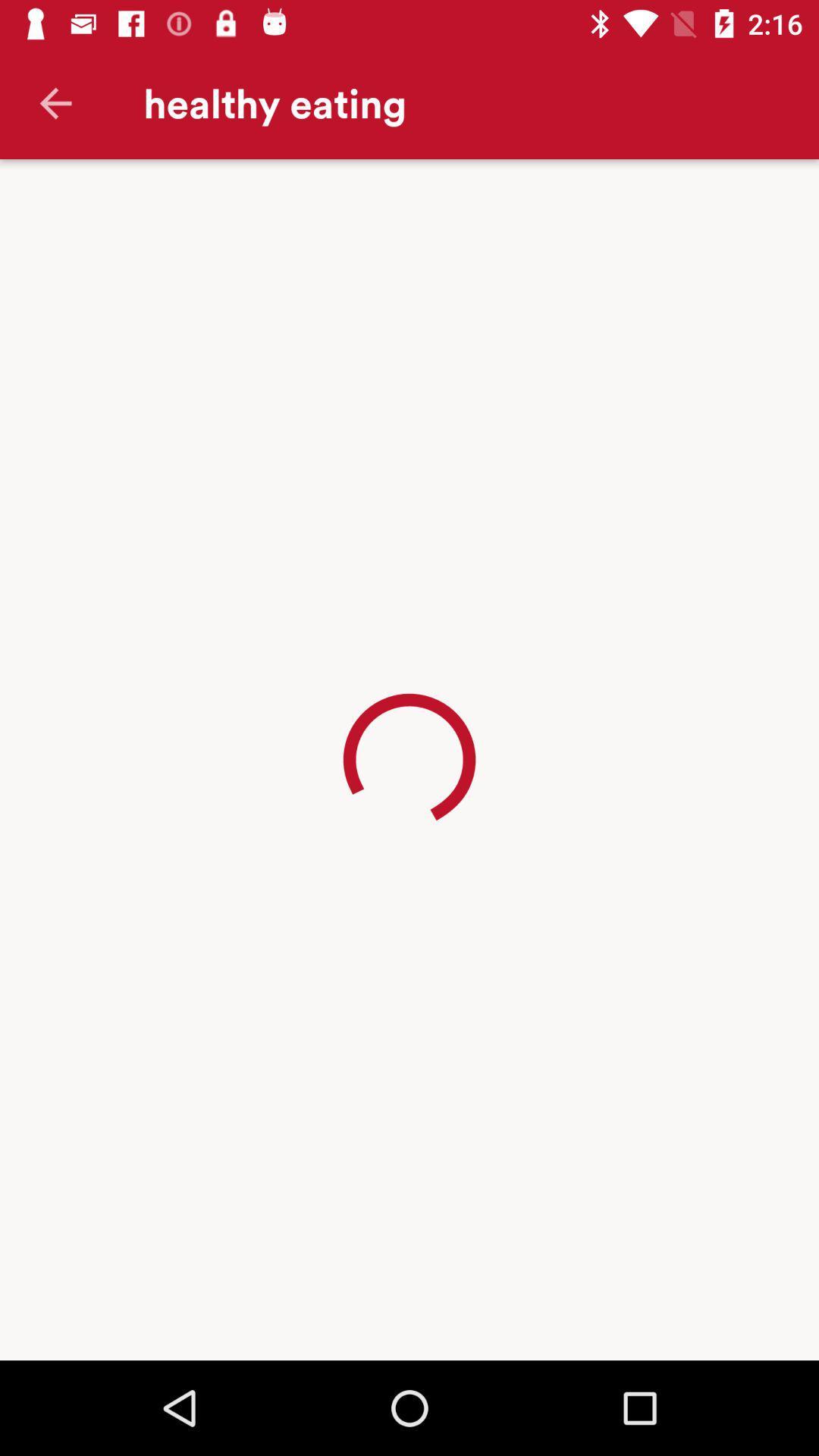 The width and height of the screenshot is (819, 1456). What do you see at coordinates (55, 102) in the screenshot?
I see `item next to healthy eating icon` at bounding box center [55, 102].